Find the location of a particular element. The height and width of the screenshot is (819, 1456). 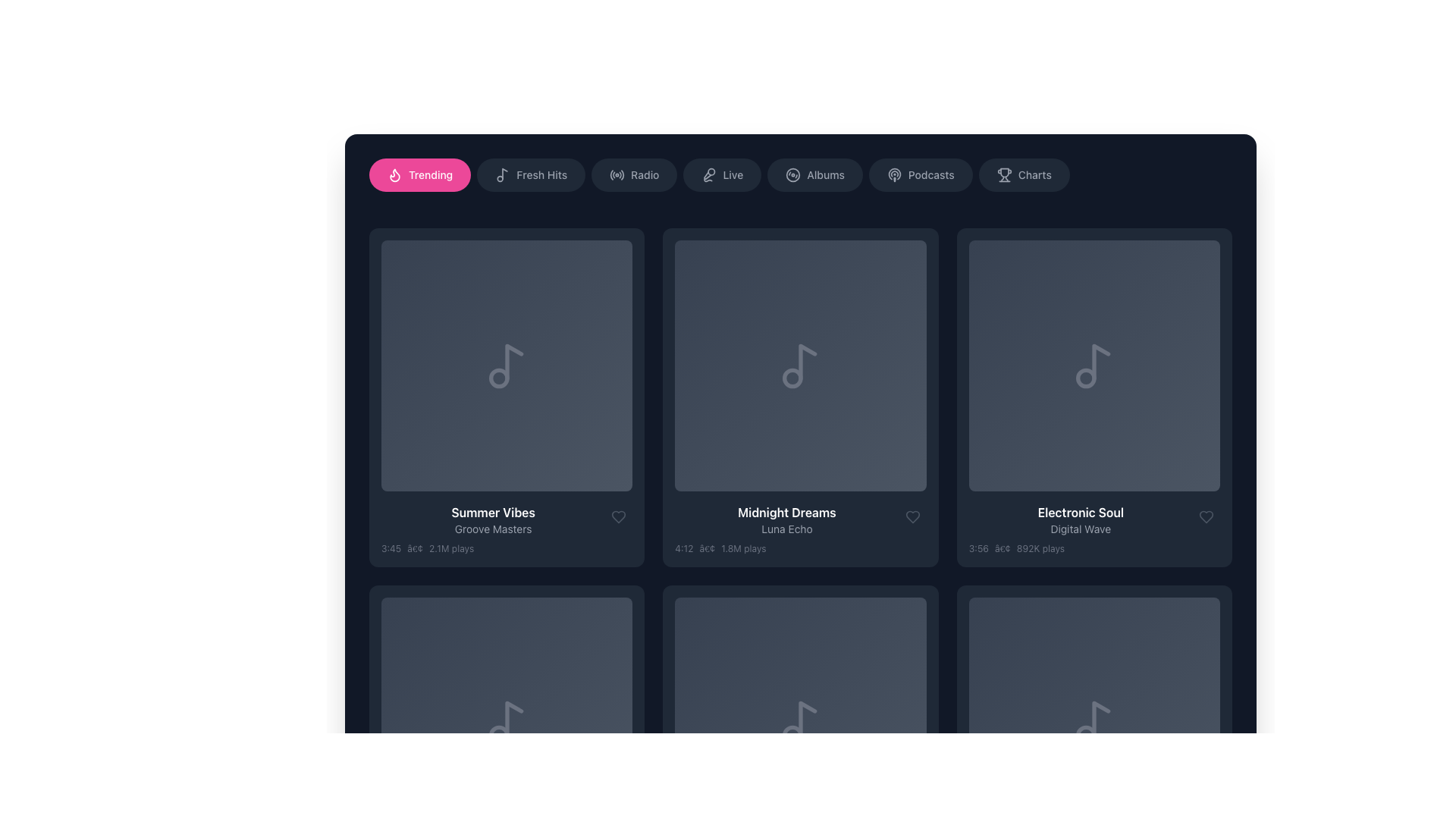

text label displaying 'Luna Echo', which is positioned below the title 'Midnight Dreams' and is horizontally centered is located at coordinates (786, 529).